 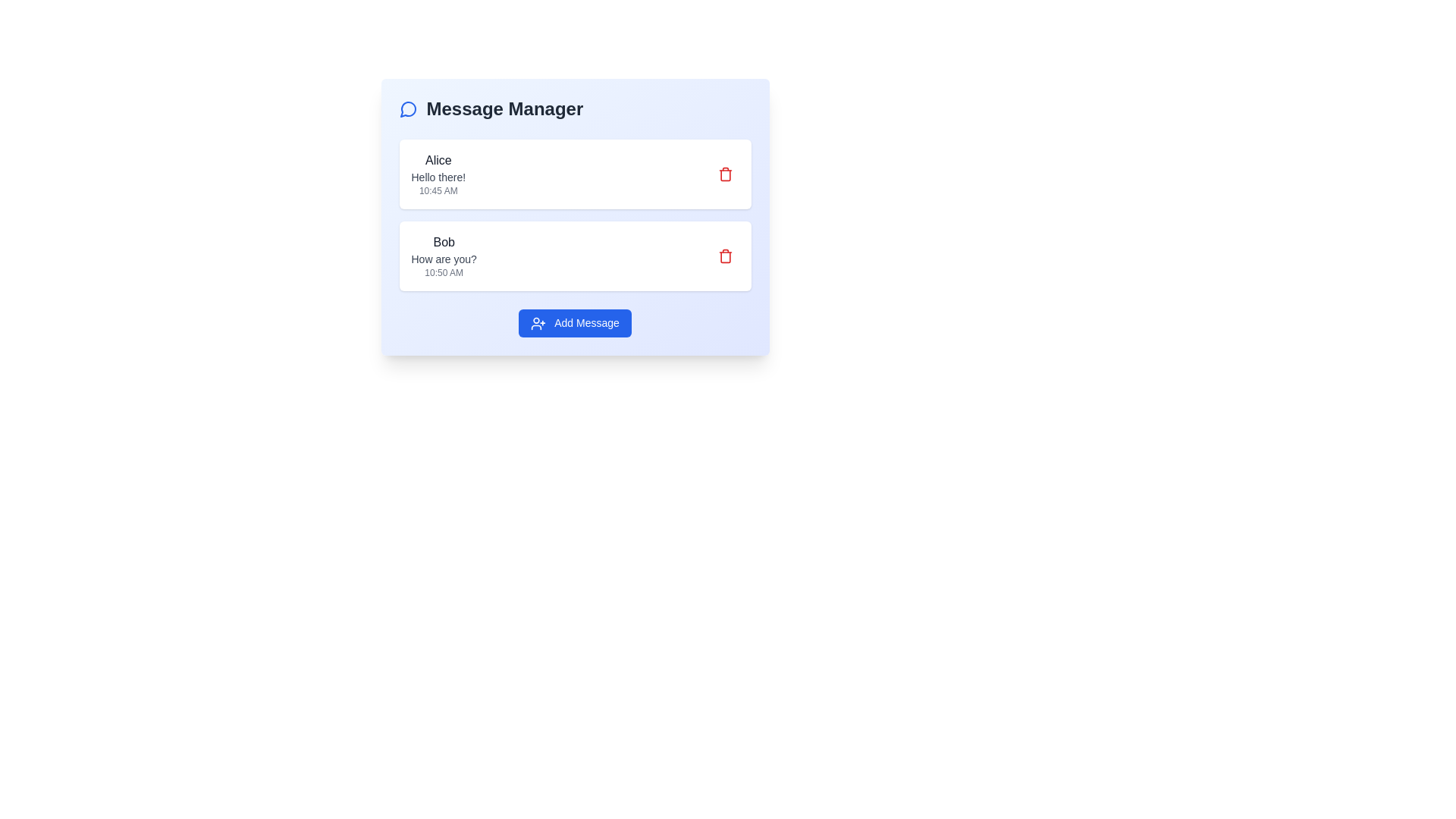 I want to click on the blue outlined circular icon resembling a message bubble located to the left of the 'Message Manager' title in the header section, so click(x=408, y=108).